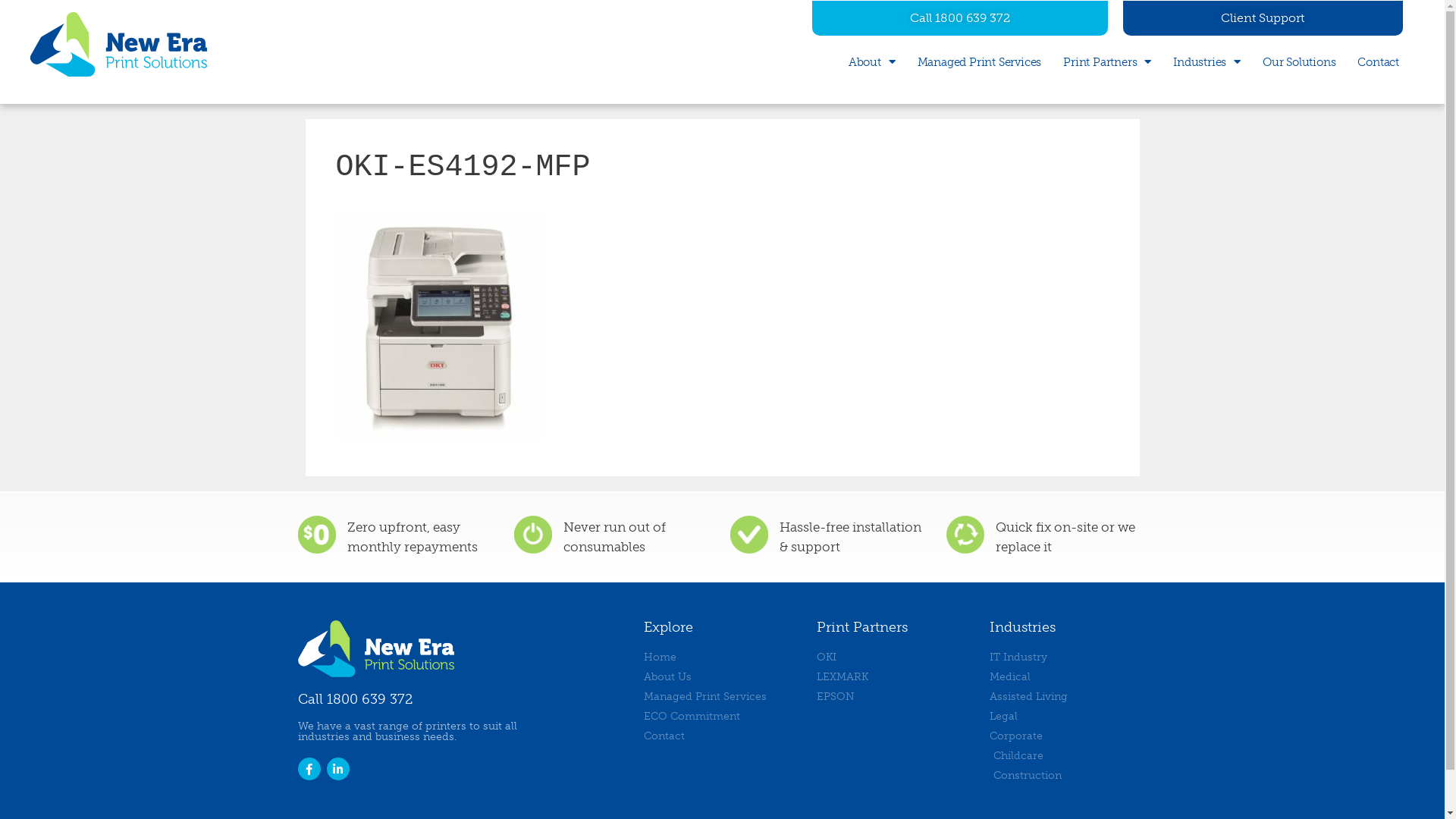 The height and width of the screenshot is (819, 1456). Describe the element at coordinates (989, 735) in the screenshot. I see `'Corporate'` at that location.